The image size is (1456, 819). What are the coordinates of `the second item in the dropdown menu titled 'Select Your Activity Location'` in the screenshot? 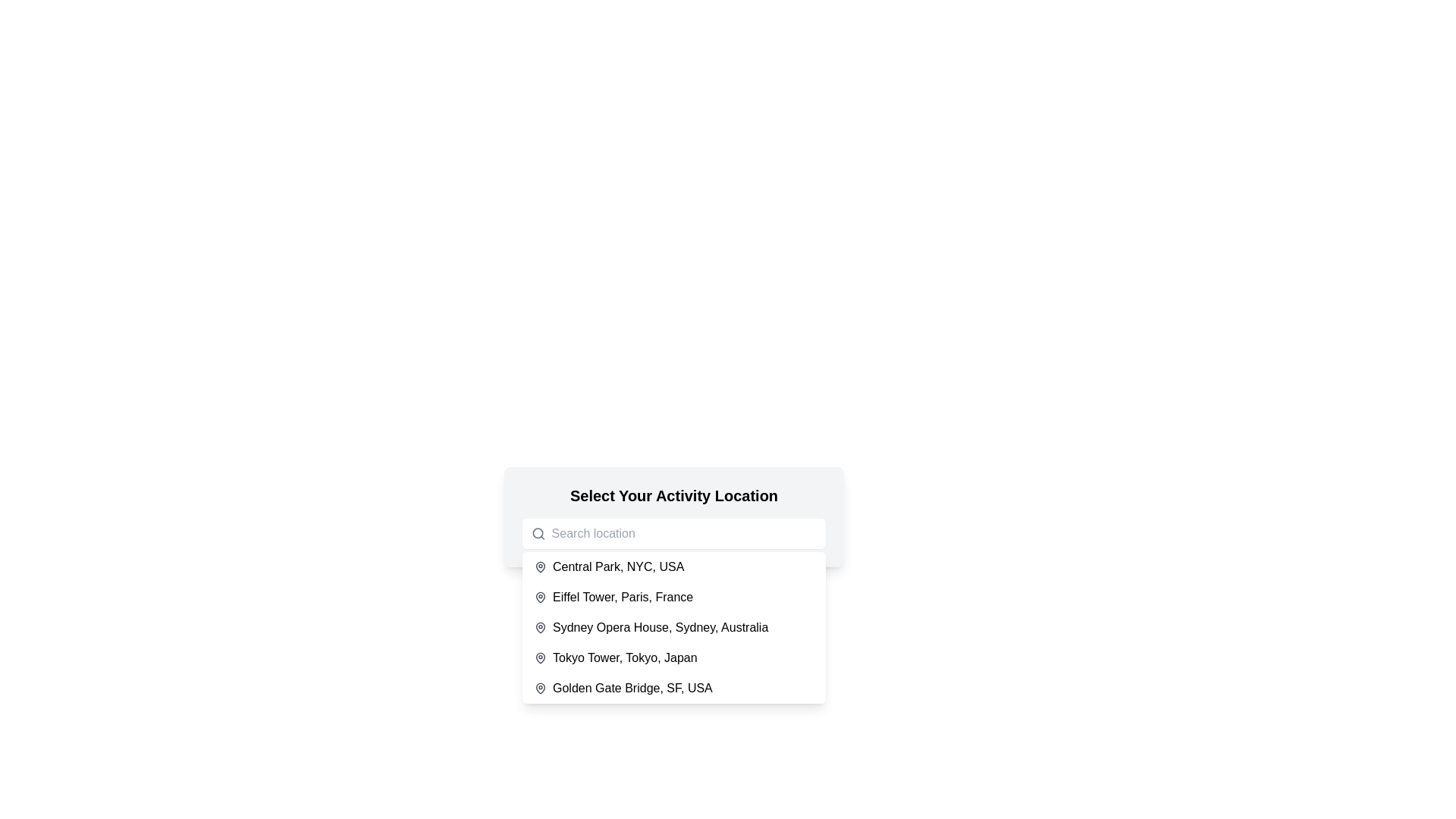 It's located at (673, 596).